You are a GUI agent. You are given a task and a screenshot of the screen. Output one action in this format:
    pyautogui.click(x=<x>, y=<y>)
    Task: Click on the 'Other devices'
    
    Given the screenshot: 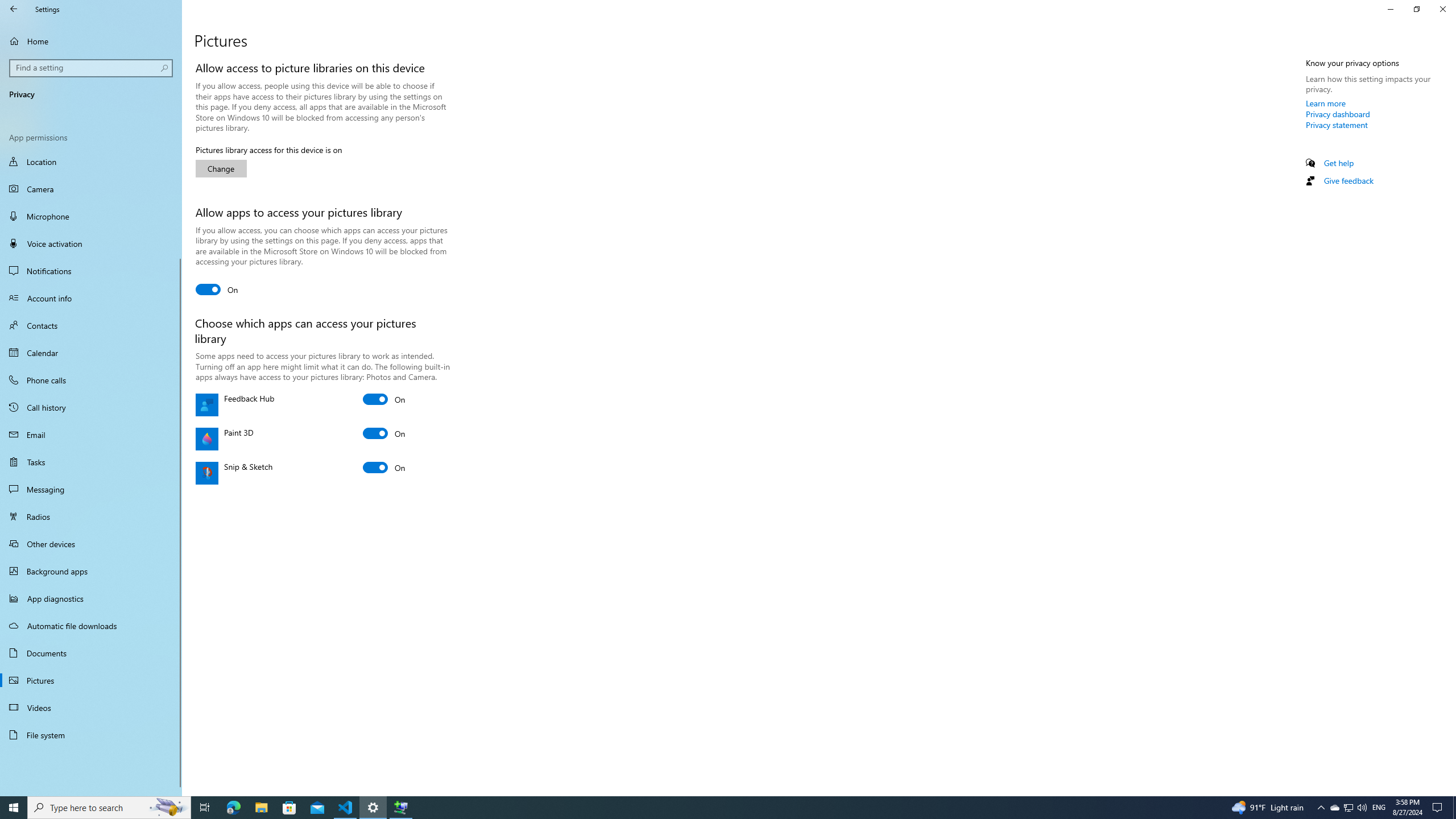 What is the action you would take?
    pyautogui.click(x=90, y=543)
    